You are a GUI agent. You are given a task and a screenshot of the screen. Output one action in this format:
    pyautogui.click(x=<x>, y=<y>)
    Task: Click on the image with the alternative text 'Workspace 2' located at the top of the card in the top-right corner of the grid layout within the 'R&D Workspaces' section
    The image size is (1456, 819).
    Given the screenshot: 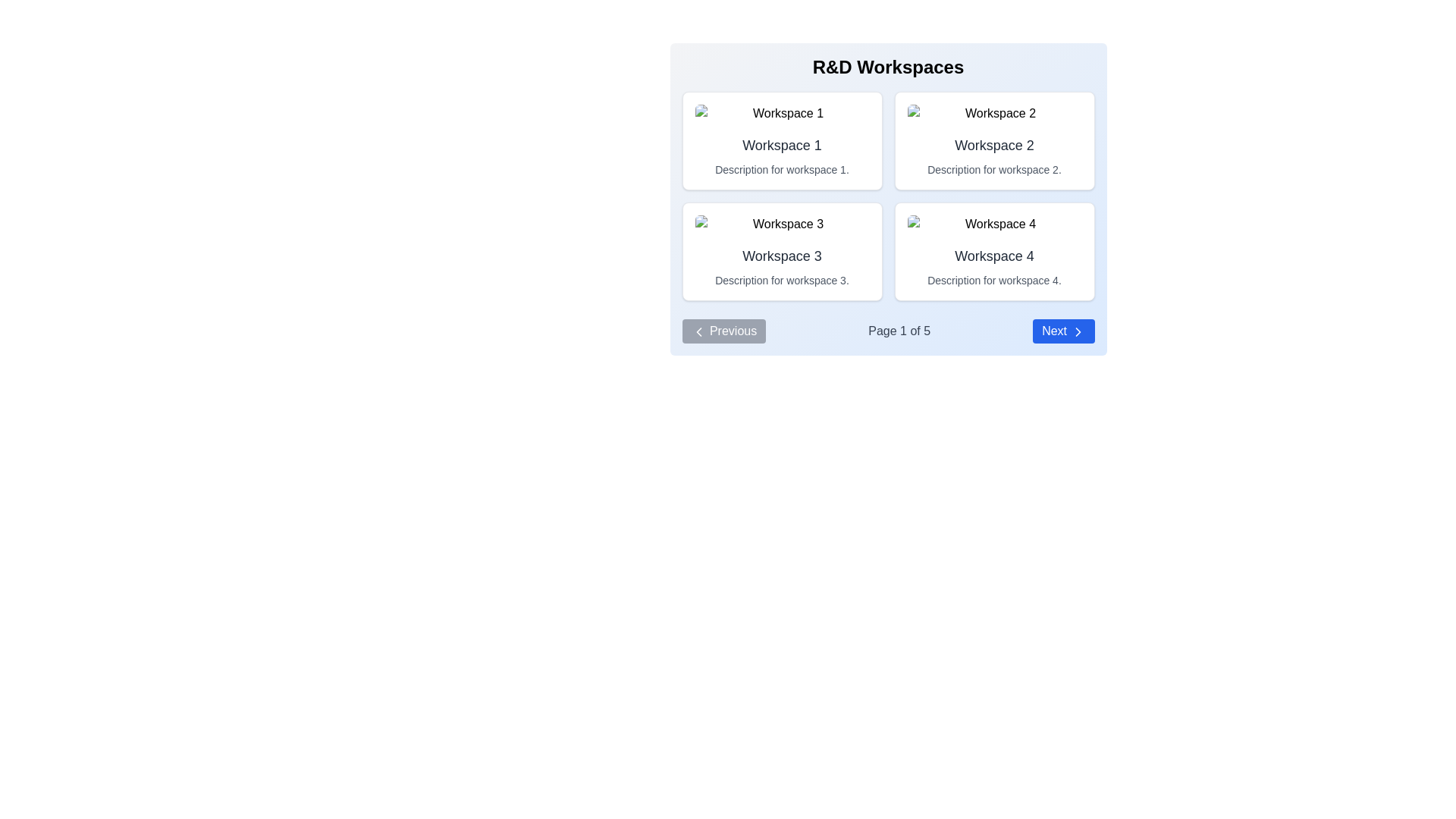 What is the action you would take?
    pyautogui.click(x=994, y=113)
    